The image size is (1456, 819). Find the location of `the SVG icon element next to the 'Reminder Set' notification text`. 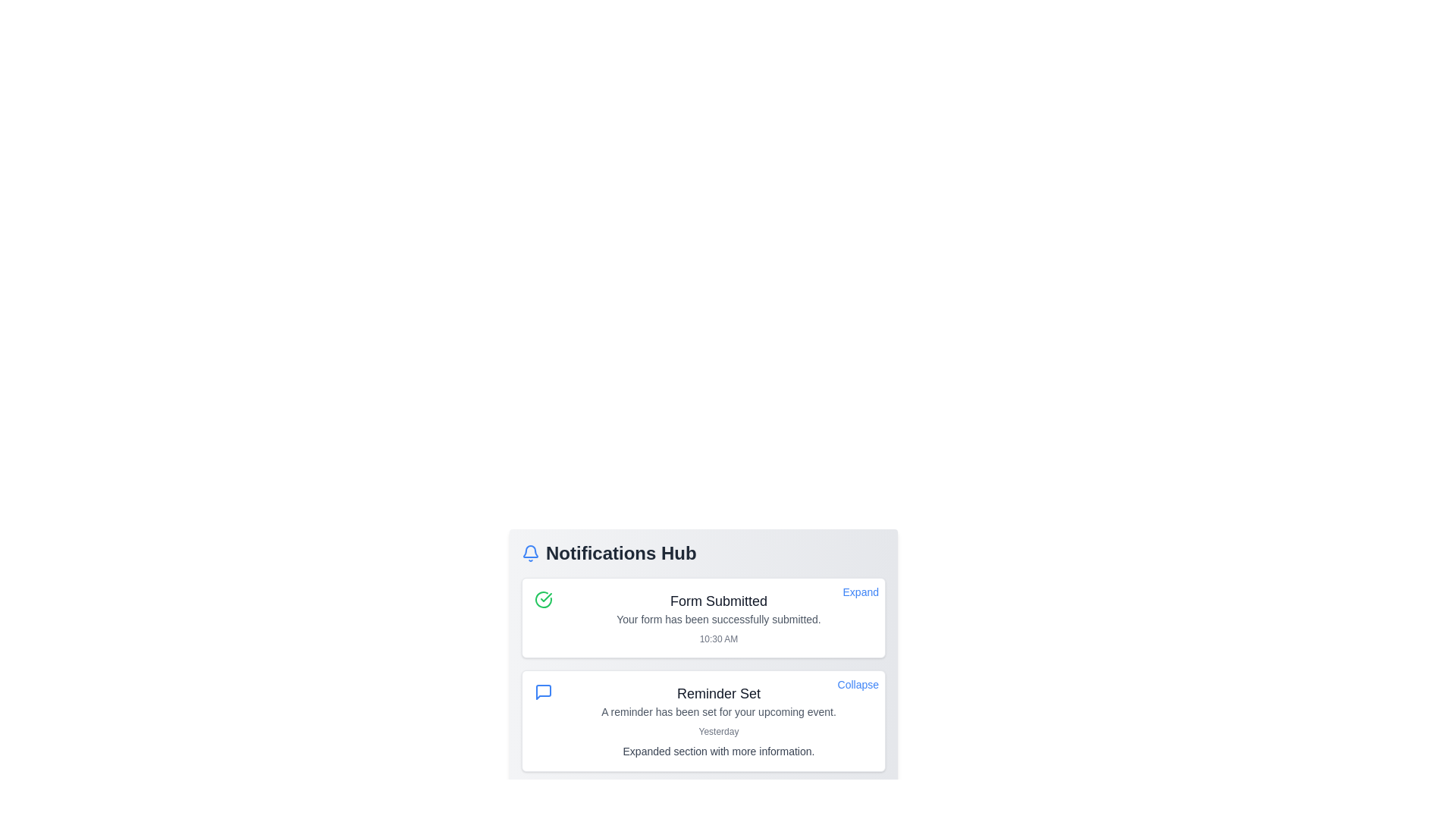

the SVG icon element next to the 'Reminder Set' notification text is located at coordinates (543, 692).